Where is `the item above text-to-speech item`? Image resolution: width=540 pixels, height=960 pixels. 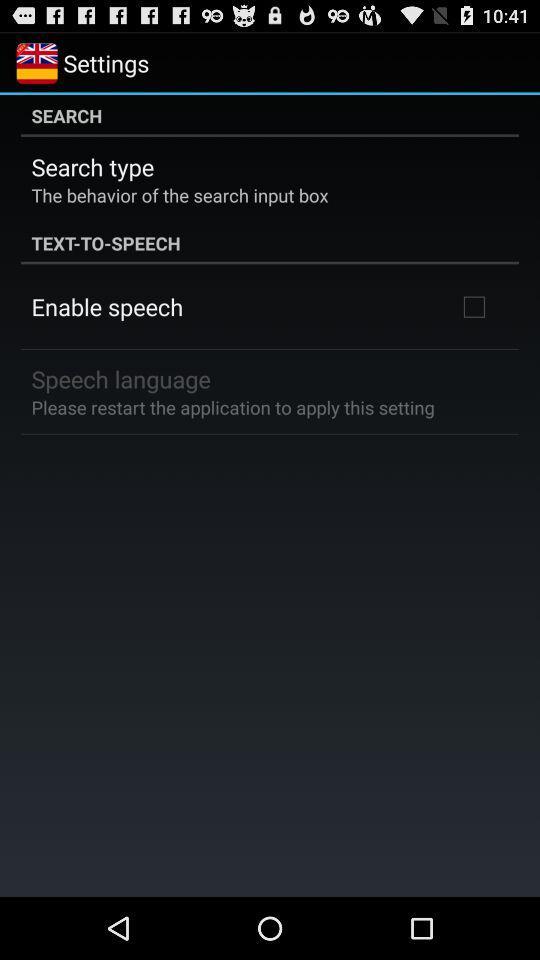
the item above text-to-speech item is located at coordinates (179, 194).